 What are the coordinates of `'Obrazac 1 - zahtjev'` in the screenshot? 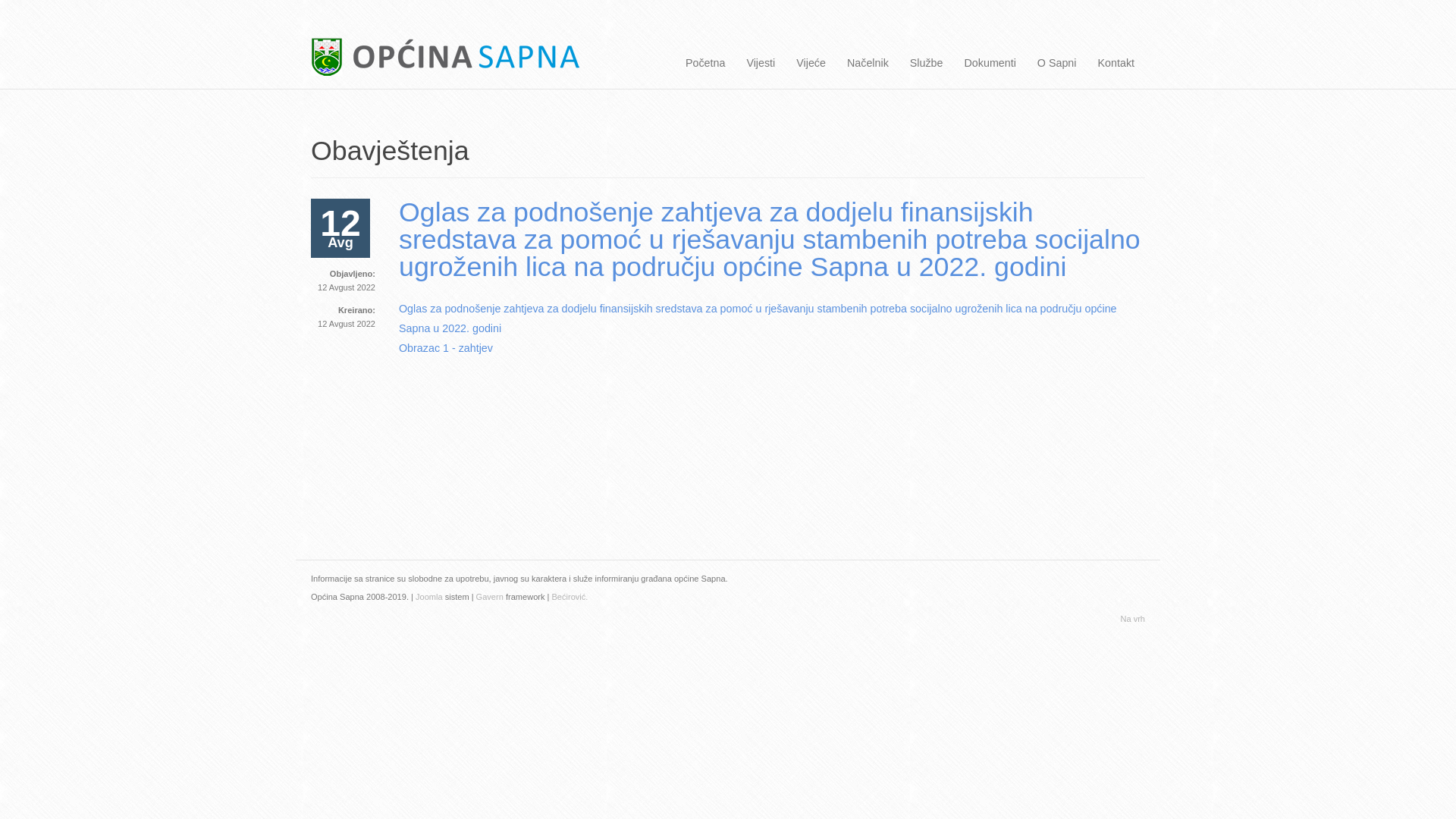 It's located at (445, 348).